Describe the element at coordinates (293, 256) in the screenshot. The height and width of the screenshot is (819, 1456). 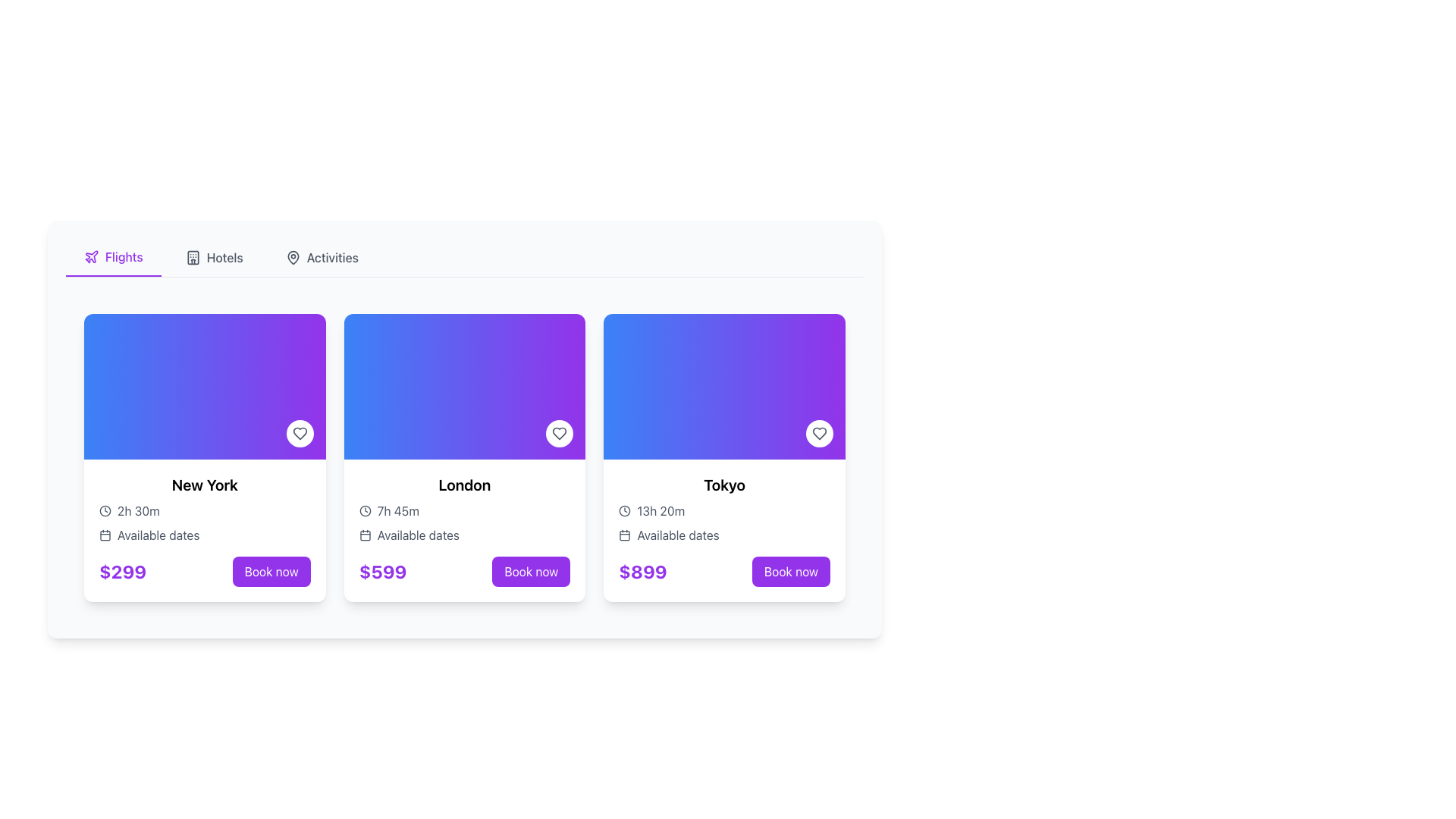
I see `the Activities icon located in the header menu bar, which visually represents the Activities category next to its text label` at that location.